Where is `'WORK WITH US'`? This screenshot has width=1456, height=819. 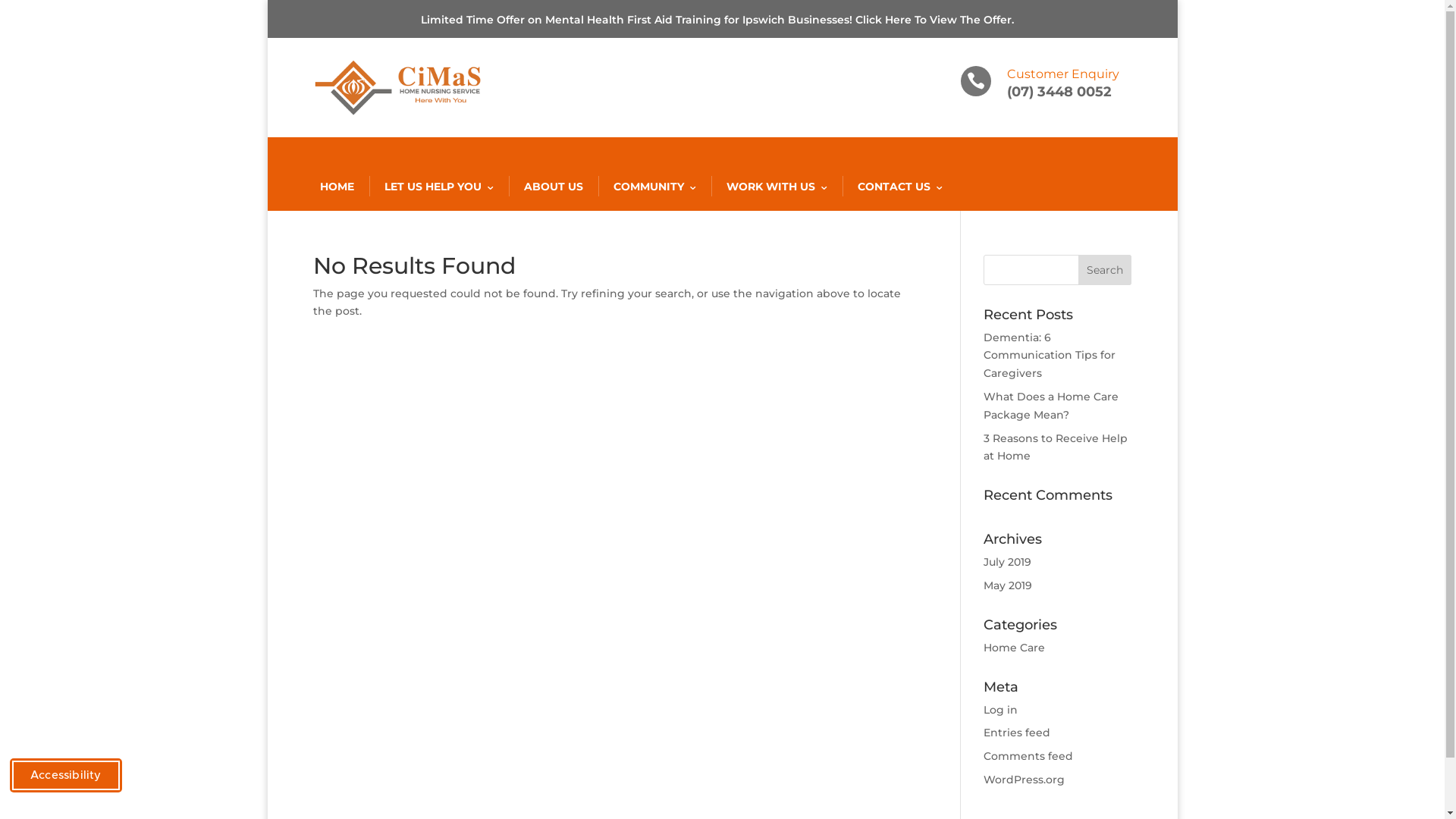 'WORK WITH US' is located at coordinates (777, 186).